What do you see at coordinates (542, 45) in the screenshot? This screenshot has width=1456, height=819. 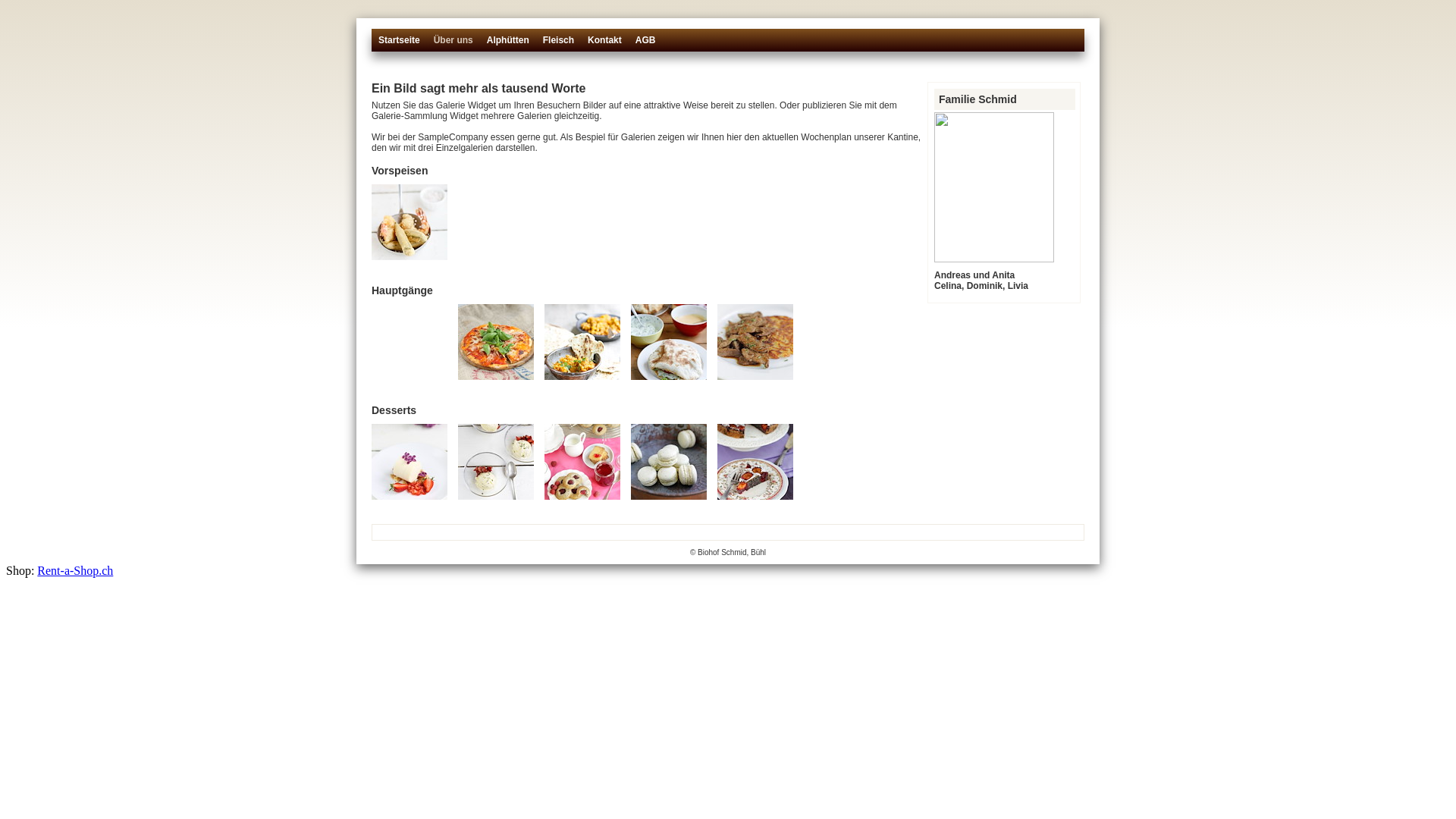 I see `'Fleisch'` at bounding box center [542, 45].